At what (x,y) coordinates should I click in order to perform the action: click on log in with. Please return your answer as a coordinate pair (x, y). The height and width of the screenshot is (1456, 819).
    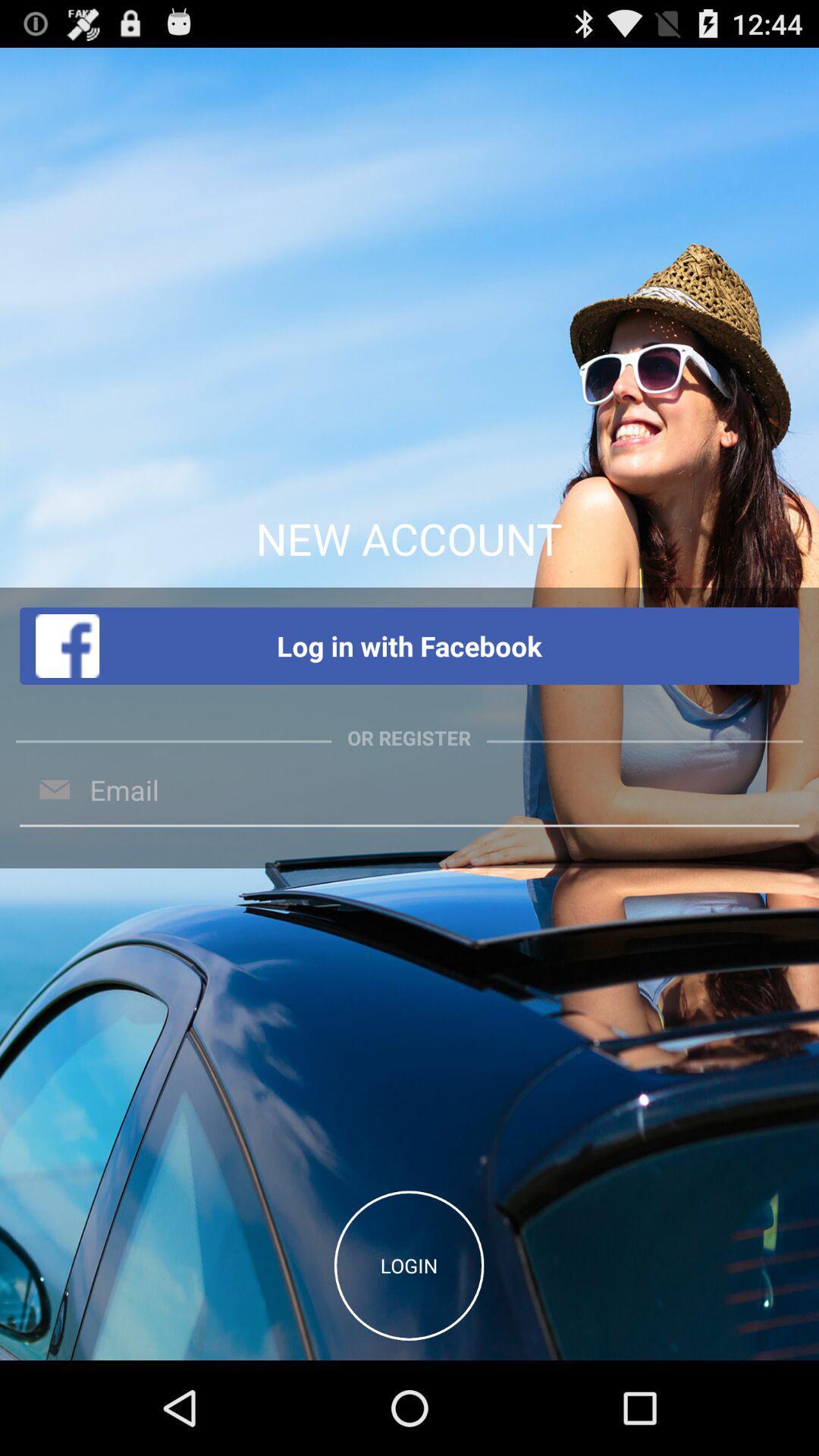
    Looking at the image, I should click on (409, 646).